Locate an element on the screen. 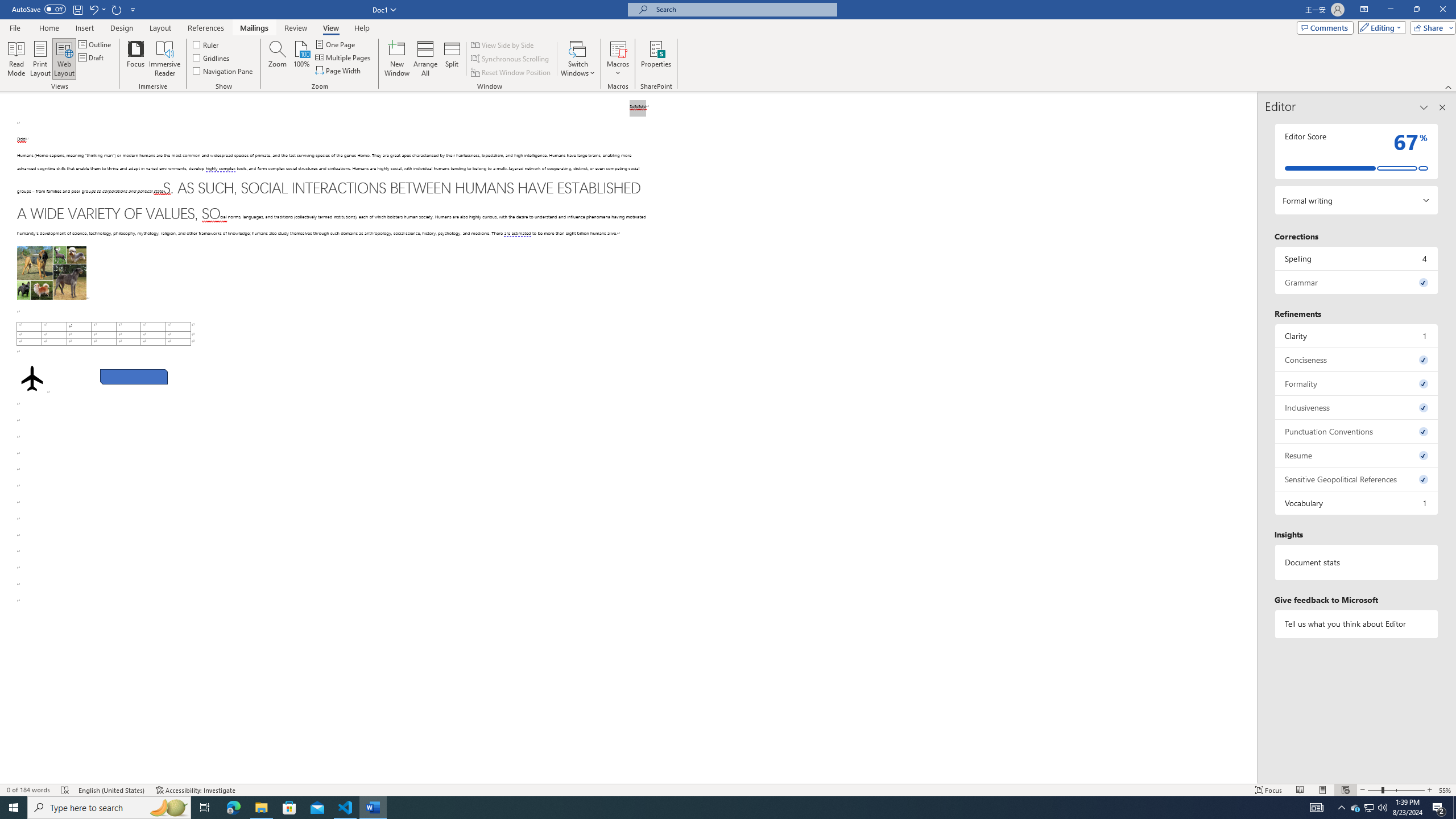 The width and height of the screenshot is (1456, 819). 'Immersive Reader' is located at coordinates (164, 59).